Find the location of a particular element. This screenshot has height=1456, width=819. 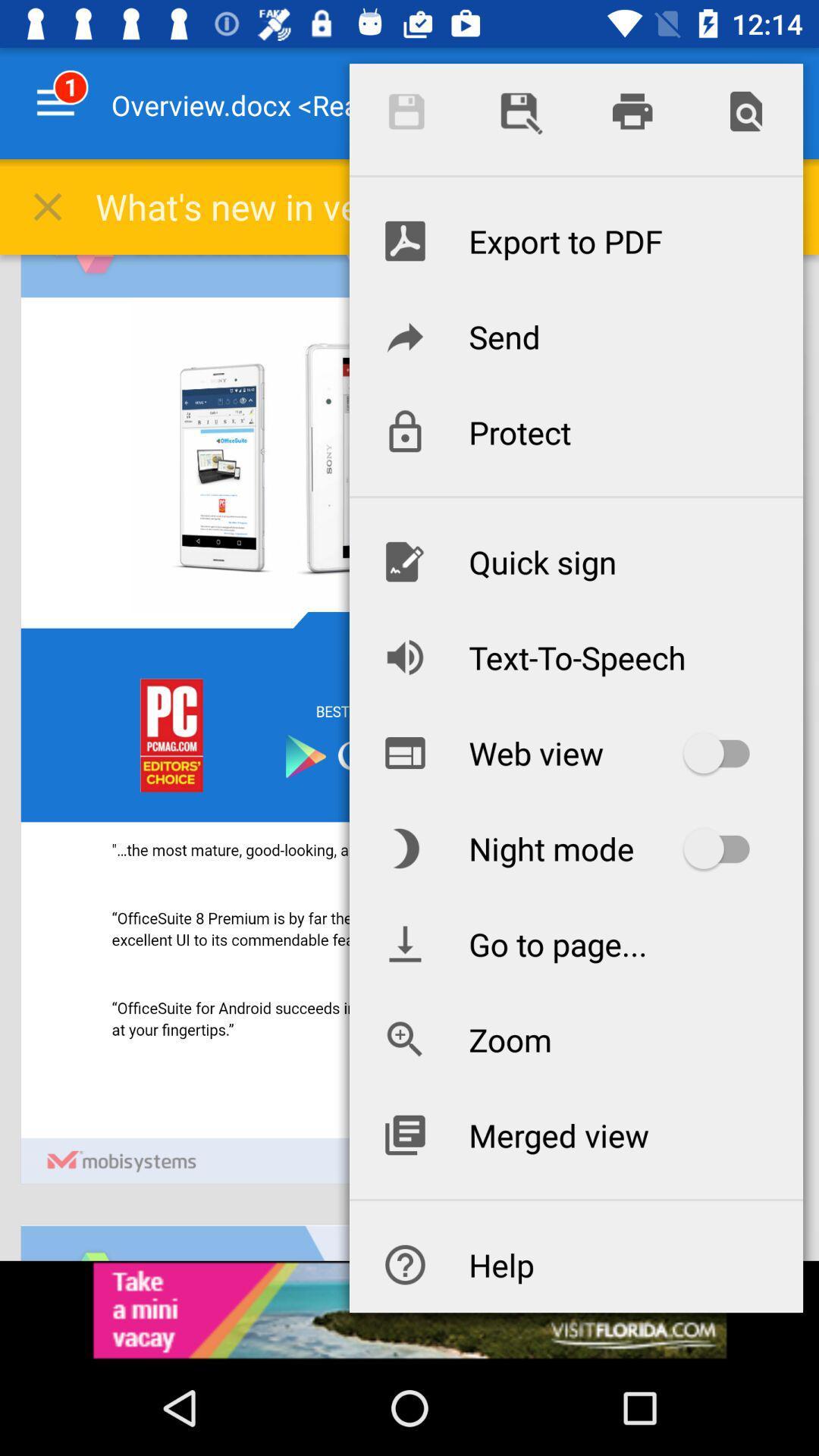

icon below export to pdf icon is located at coordinates (576, 335).